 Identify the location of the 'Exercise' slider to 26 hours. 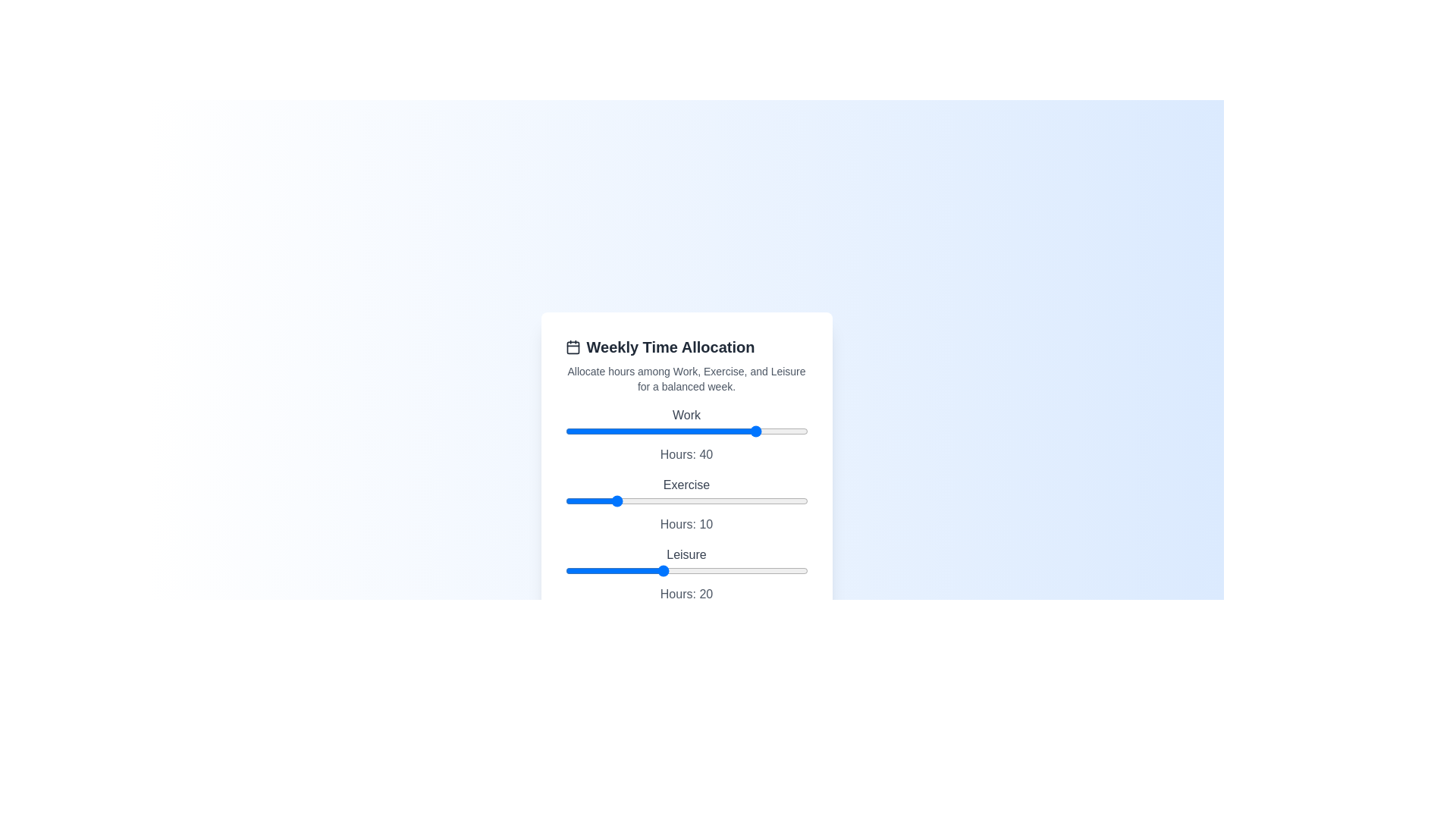
(690, 500).